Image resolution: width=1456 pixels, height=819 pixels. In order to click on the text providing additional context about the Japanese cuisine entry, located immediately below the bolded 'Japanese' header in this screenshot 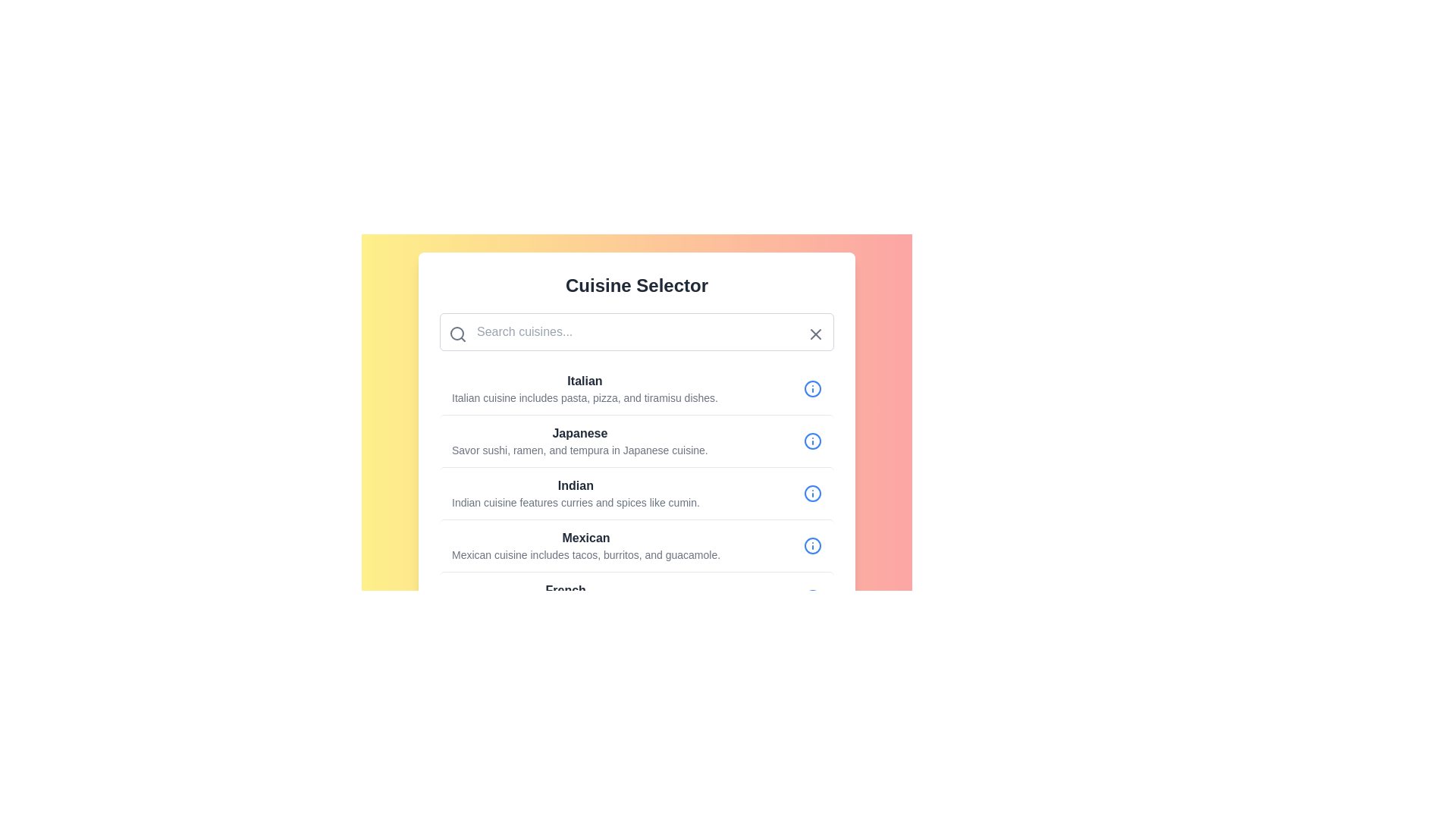, I will do `click(579, 450)`.